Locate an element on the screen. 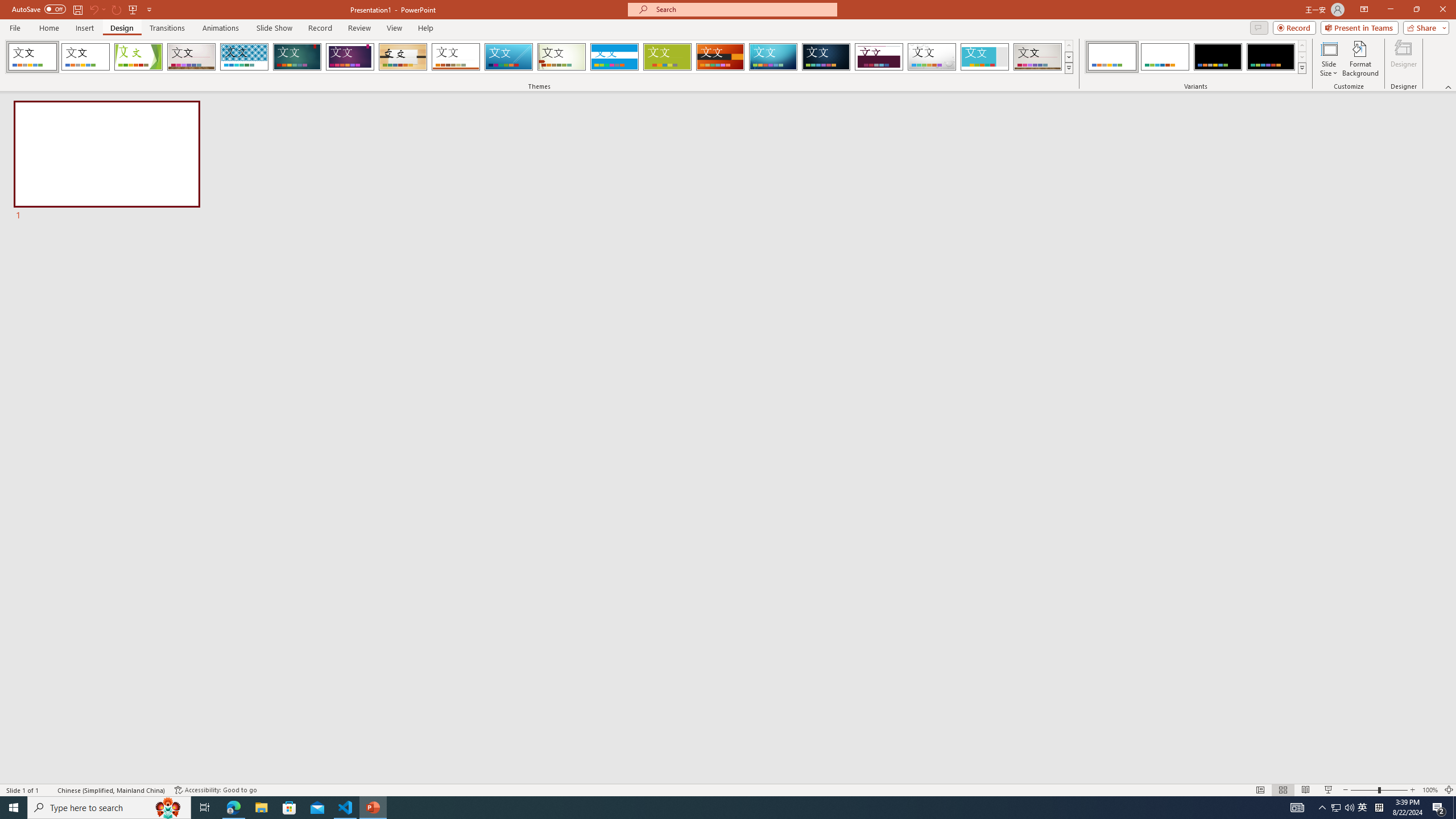  'Damask Loading Preview...' is located at coordinates (825, 56).